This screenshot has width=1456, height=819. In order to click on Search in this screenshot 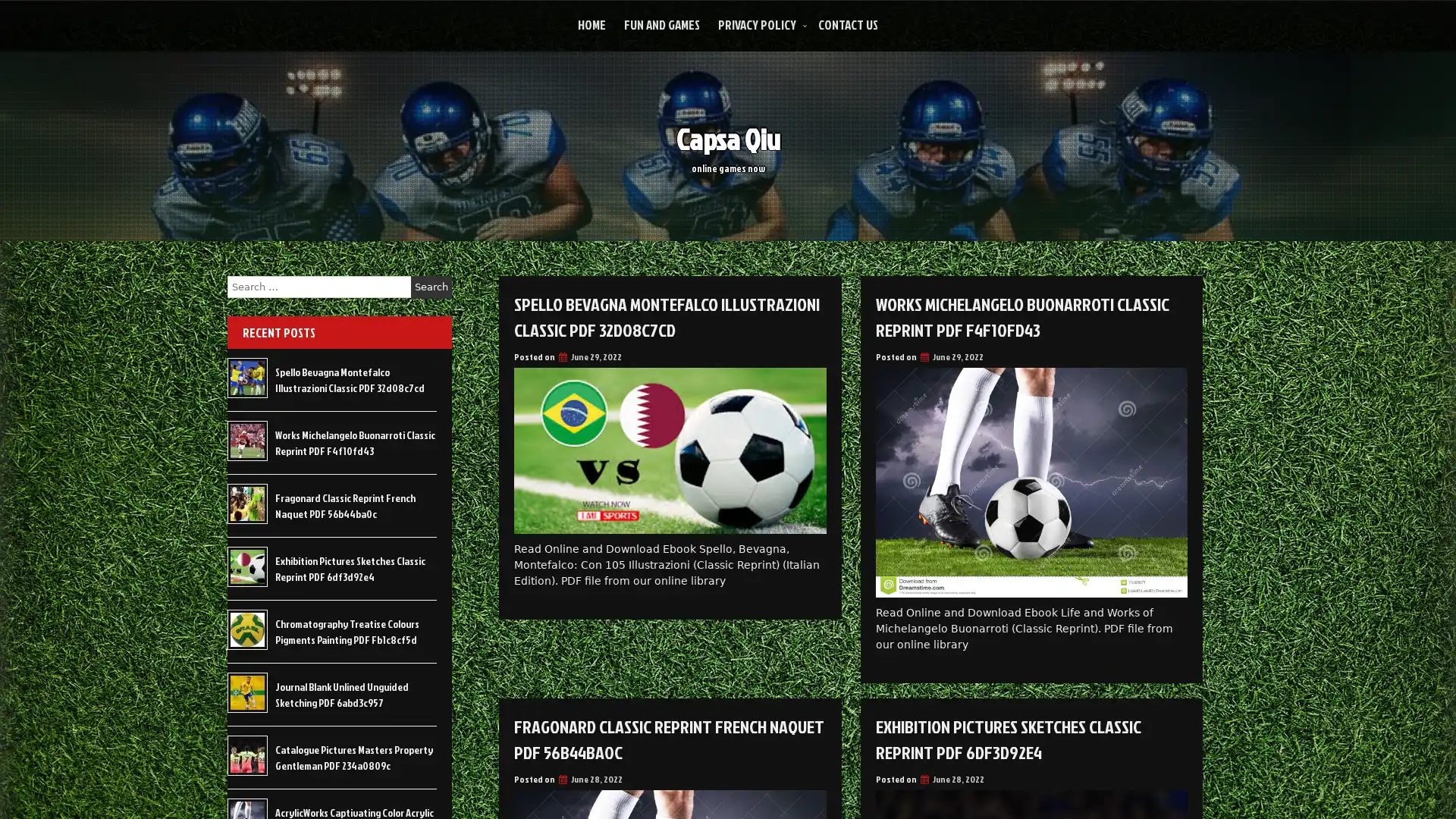, I will do `click(431, 287)`.